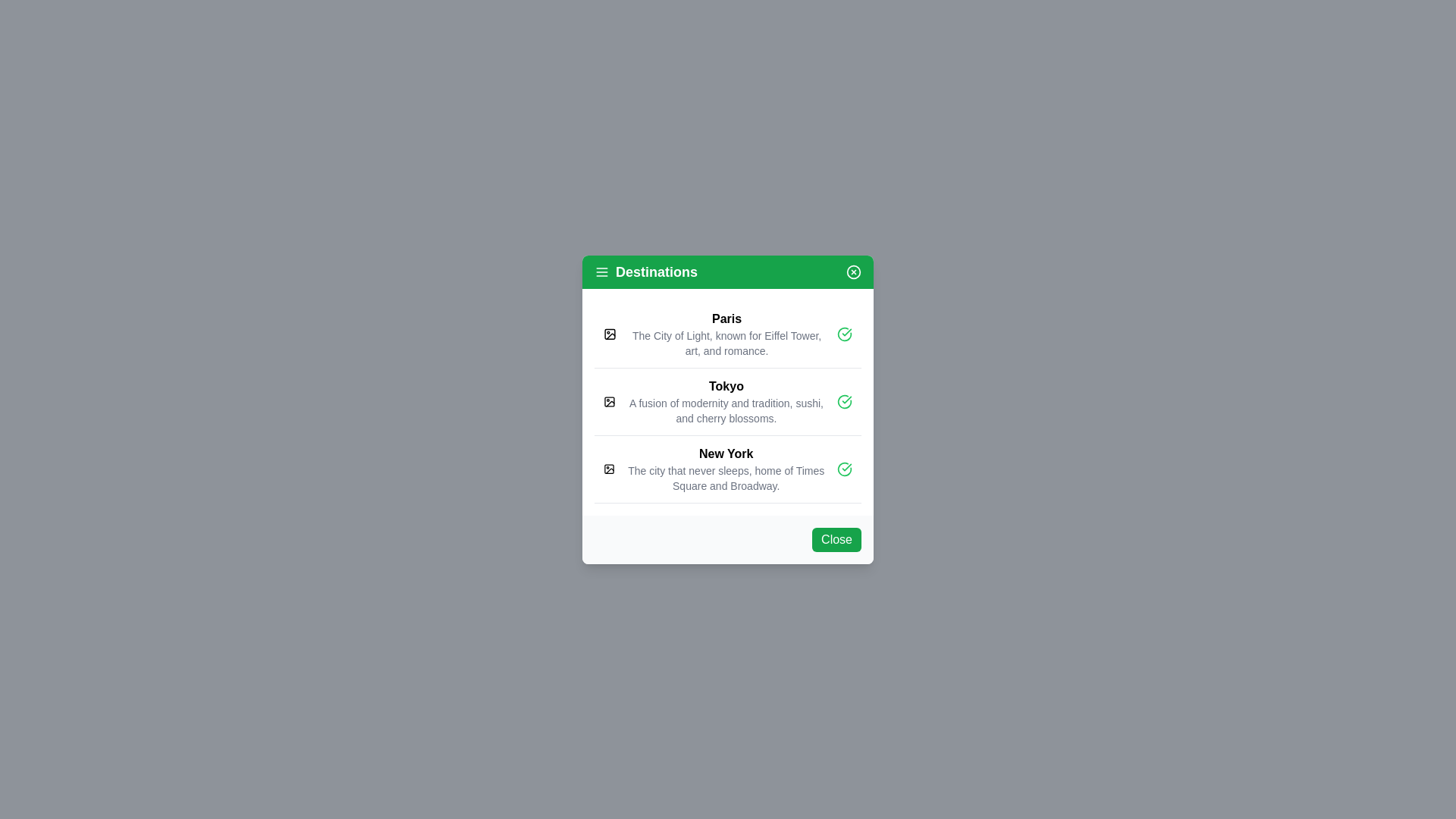 Image resolution: width=1456 pixels, height=819 pixels. Describe the element at coordinates (854, 271) in the screenshot. I see `the close or cancel button represented by the circular boundary in the top-right corner of the green bar` at that location.